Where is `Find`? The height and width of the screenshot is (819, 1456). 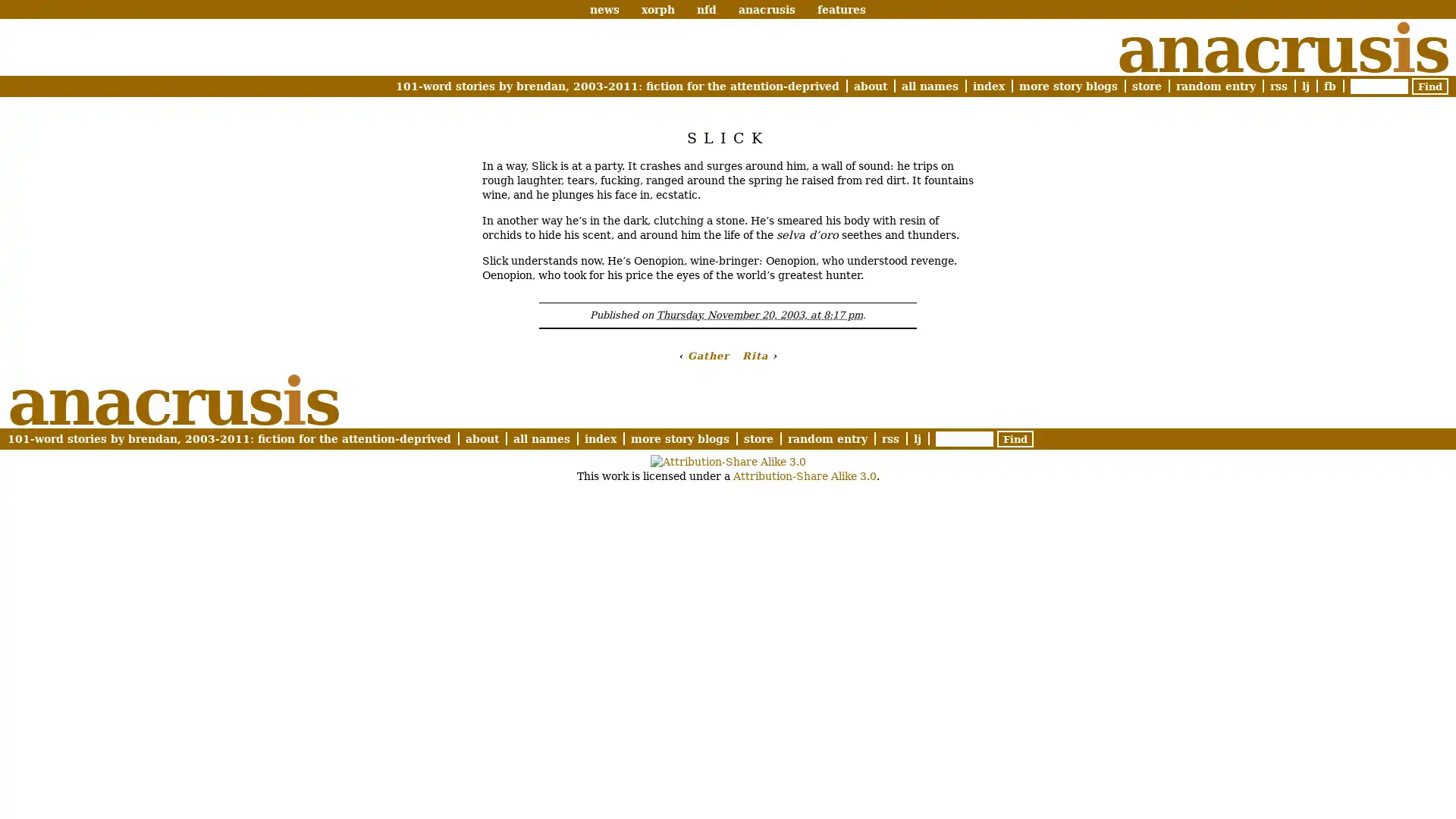
Find is located at coordinates (1015, 438).